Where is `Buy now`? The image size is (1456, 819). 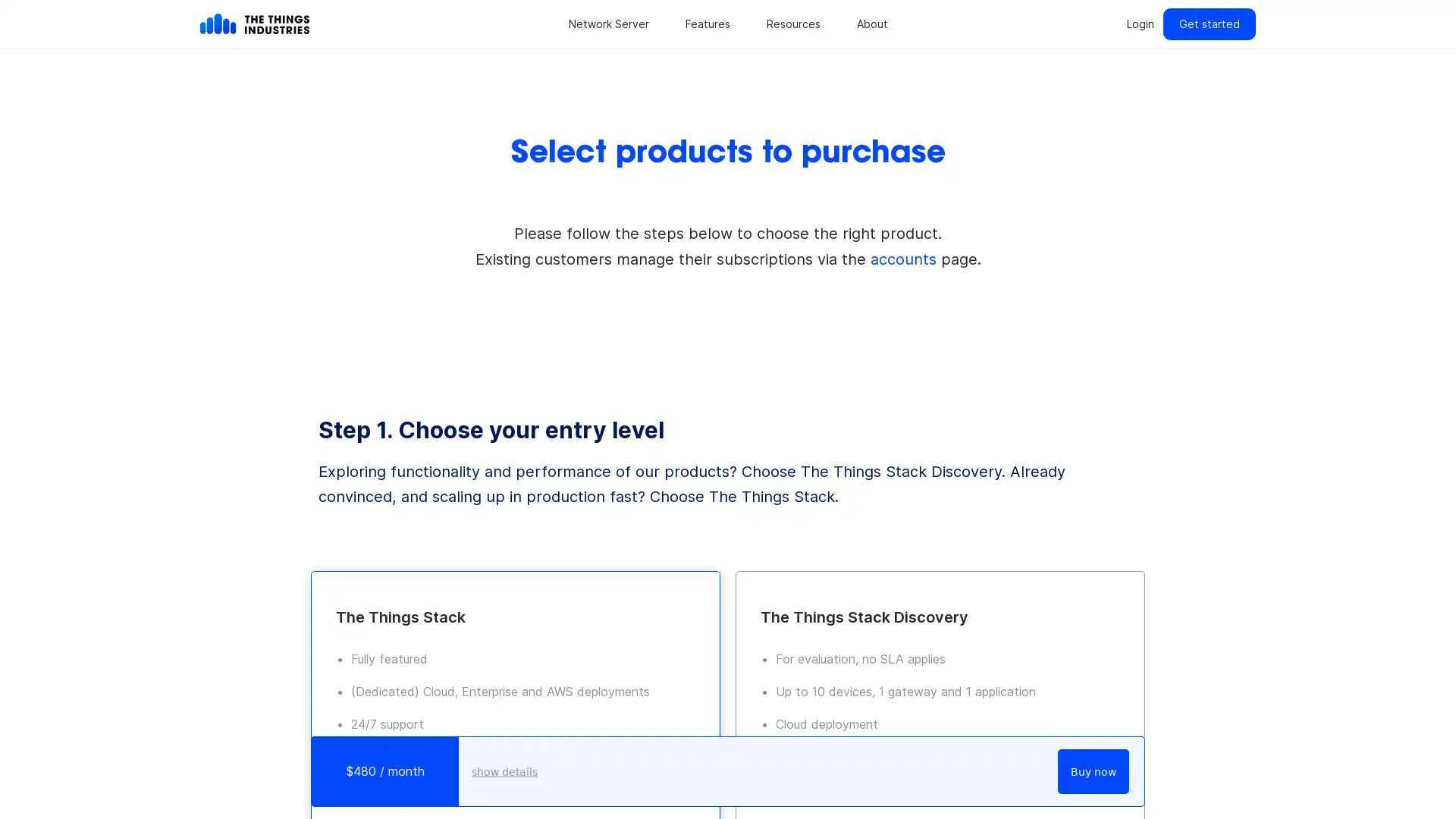 Buy now is located at coordinates (1093, 771).